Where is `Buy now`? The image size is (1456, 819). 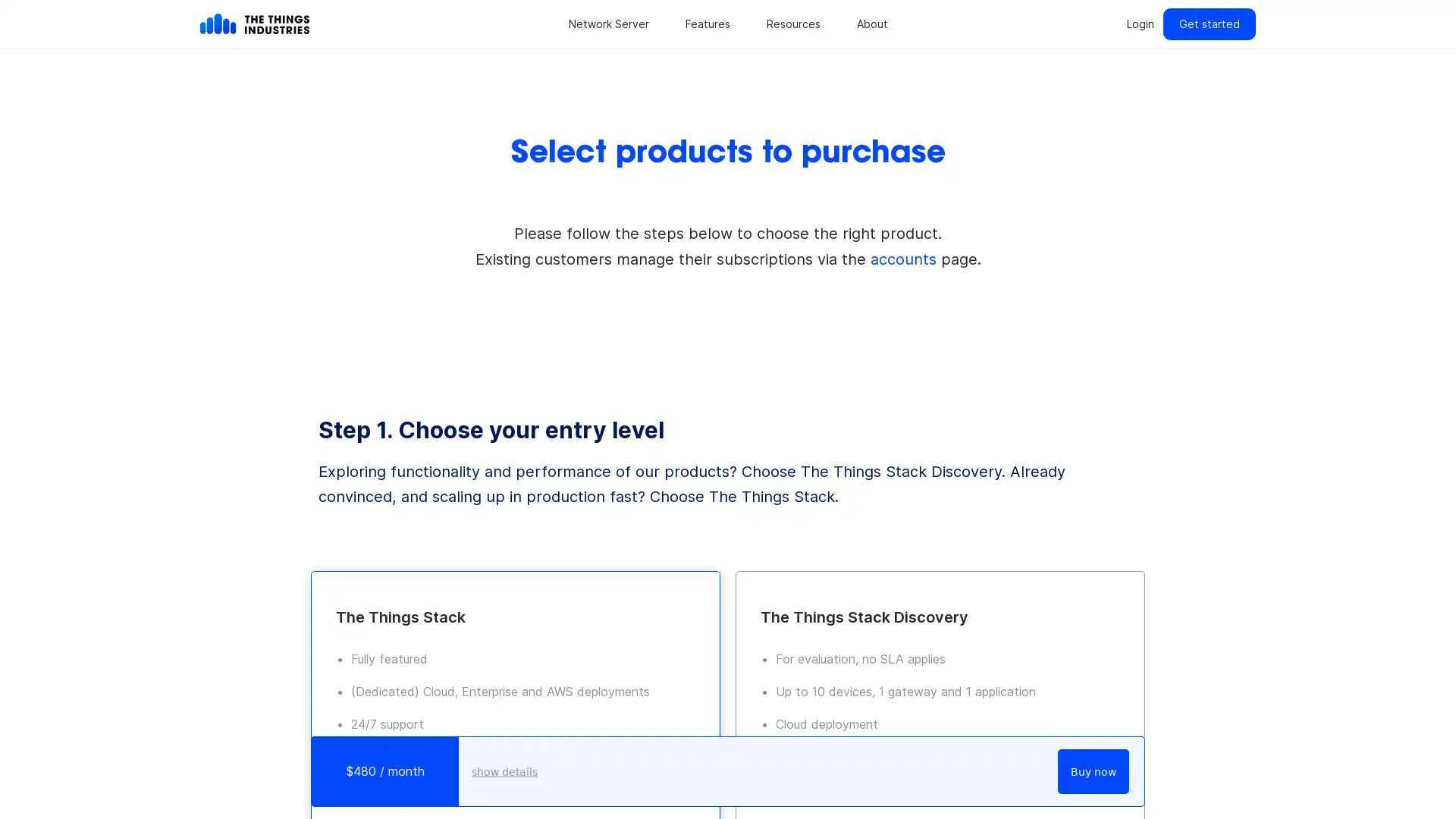 Buy now is located at coordinates (1093, 771).